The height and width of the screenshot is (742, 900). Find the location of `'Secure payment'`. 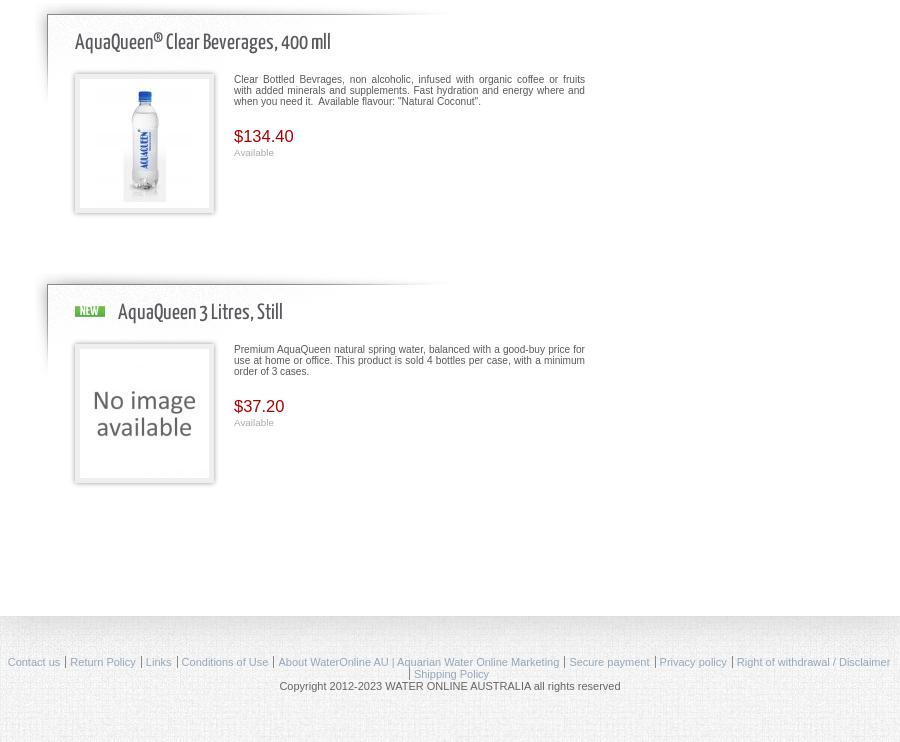

'Secure payment' is located at coordinates (609, 659).